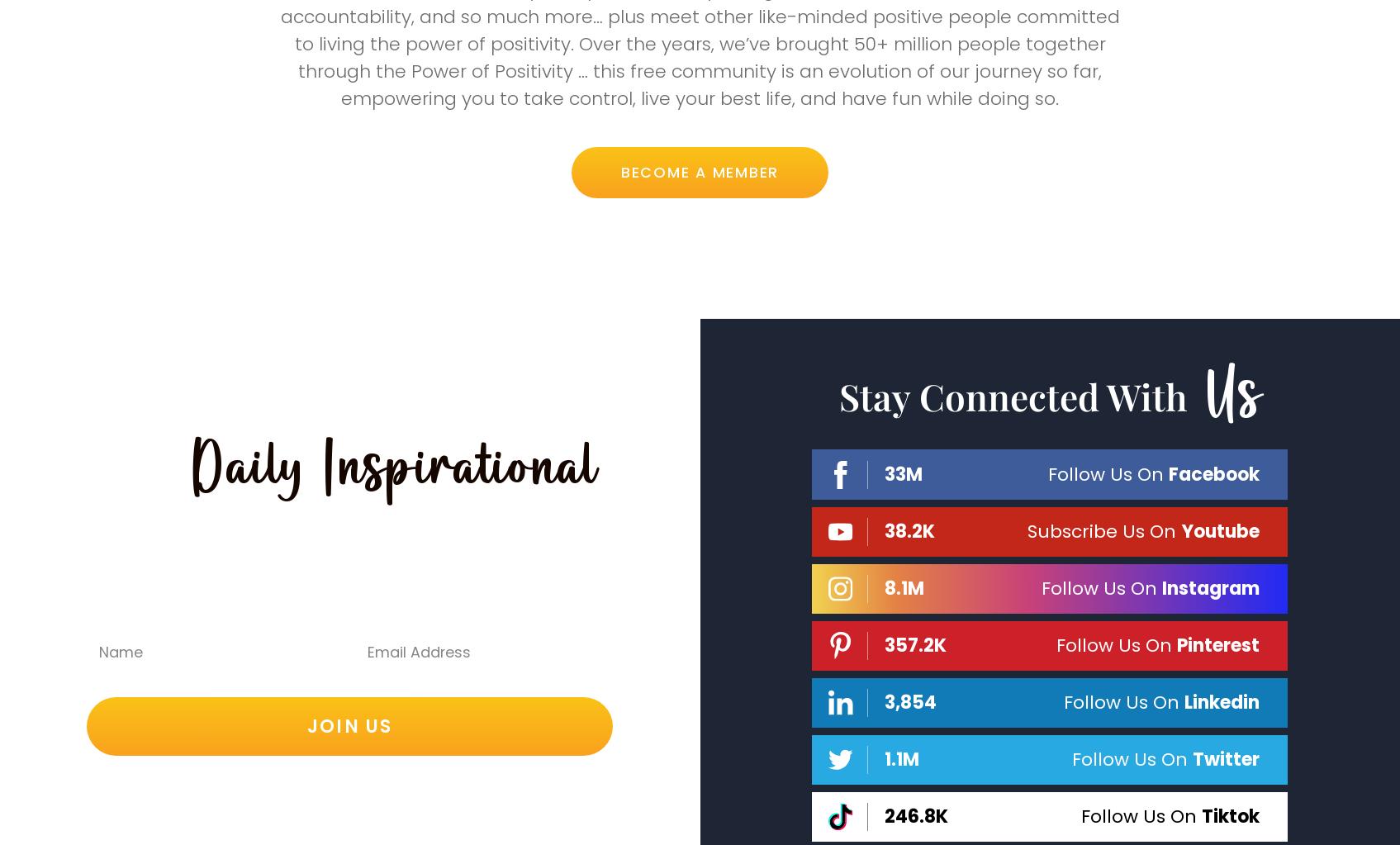 This screenshot has height=845, width=1400. Describe the element at coordinates (910, 736) in the screenshot. I see `'3,854'` at that location.